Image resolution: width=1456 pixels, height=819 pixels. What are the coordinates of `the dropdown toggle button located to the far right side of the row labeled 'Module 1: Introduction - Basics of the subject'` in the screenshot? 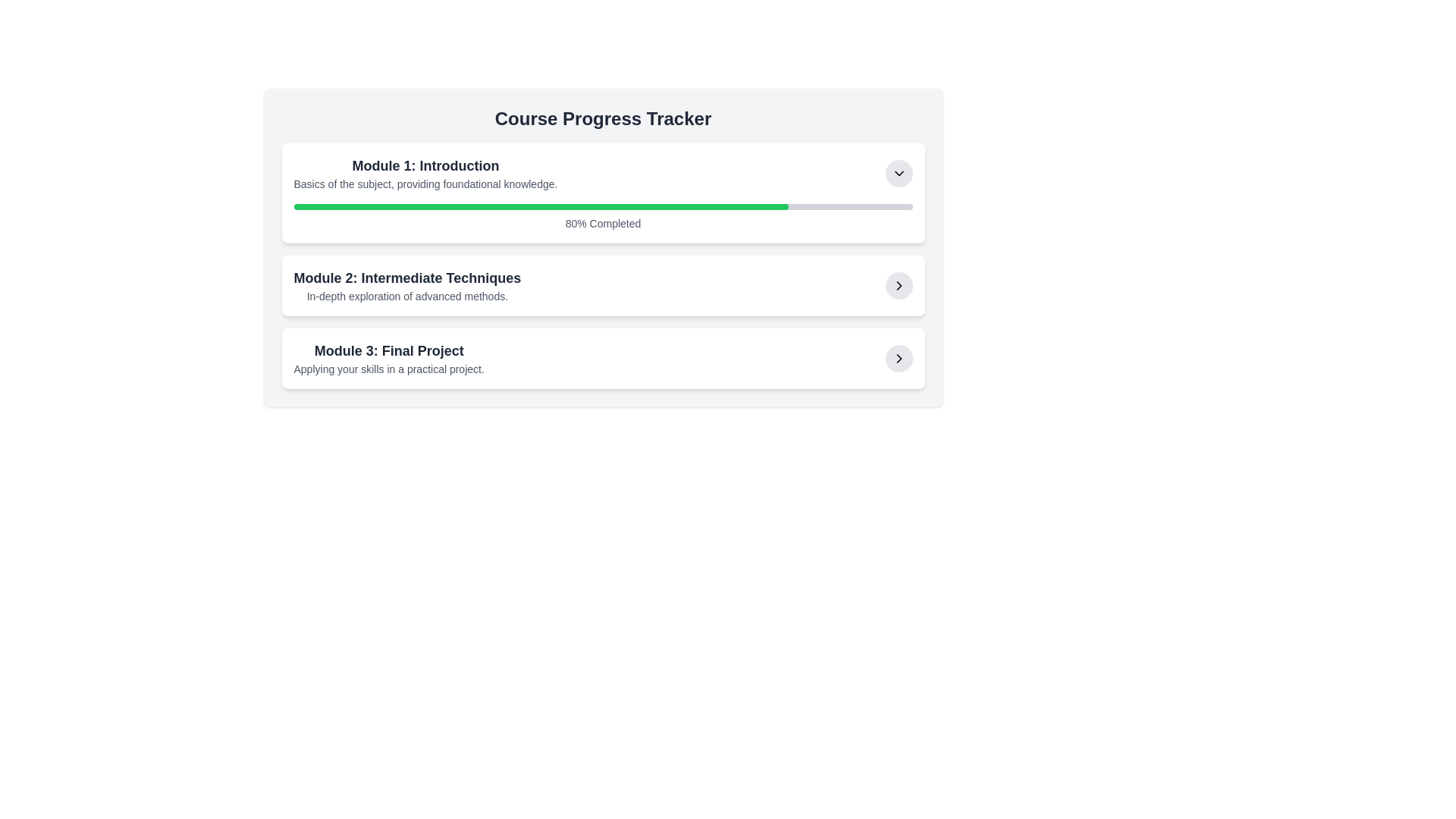 It's located at (899, 172).